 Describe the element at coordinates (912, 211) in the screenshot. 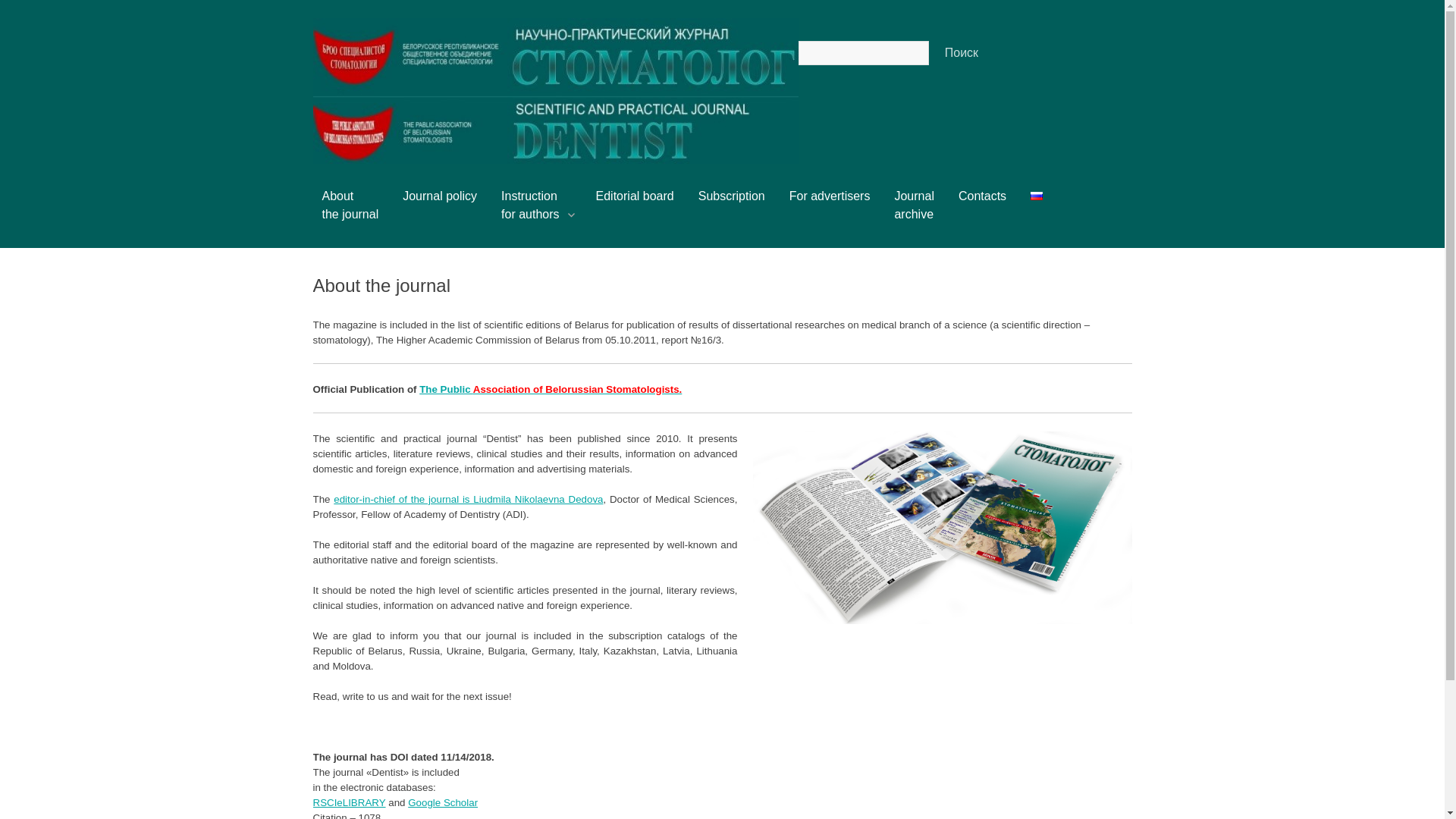

I see `'Journal` at that location.